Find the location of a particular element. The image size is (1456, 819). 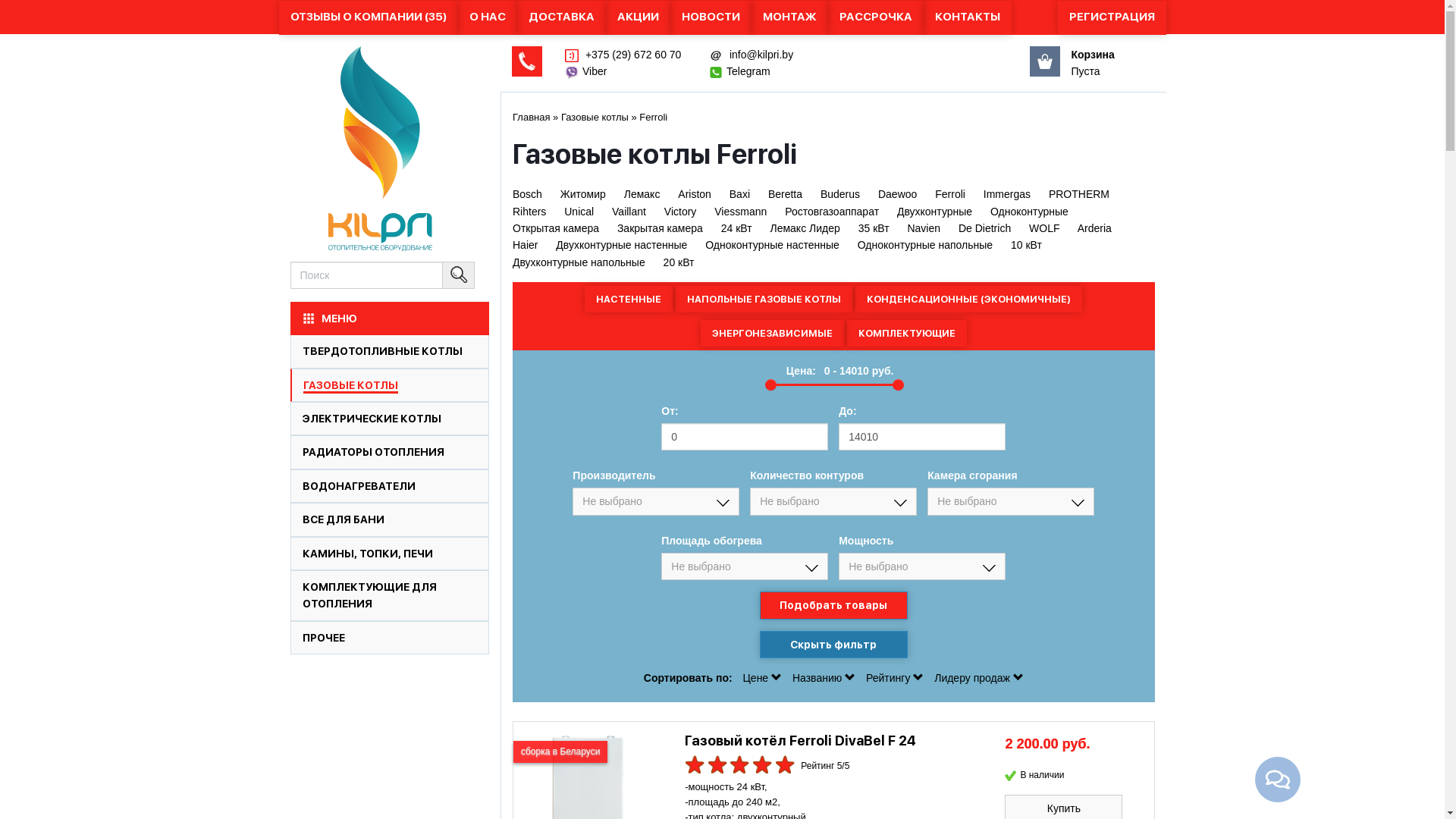

'Buderus' is located at coordinates (839, 193).